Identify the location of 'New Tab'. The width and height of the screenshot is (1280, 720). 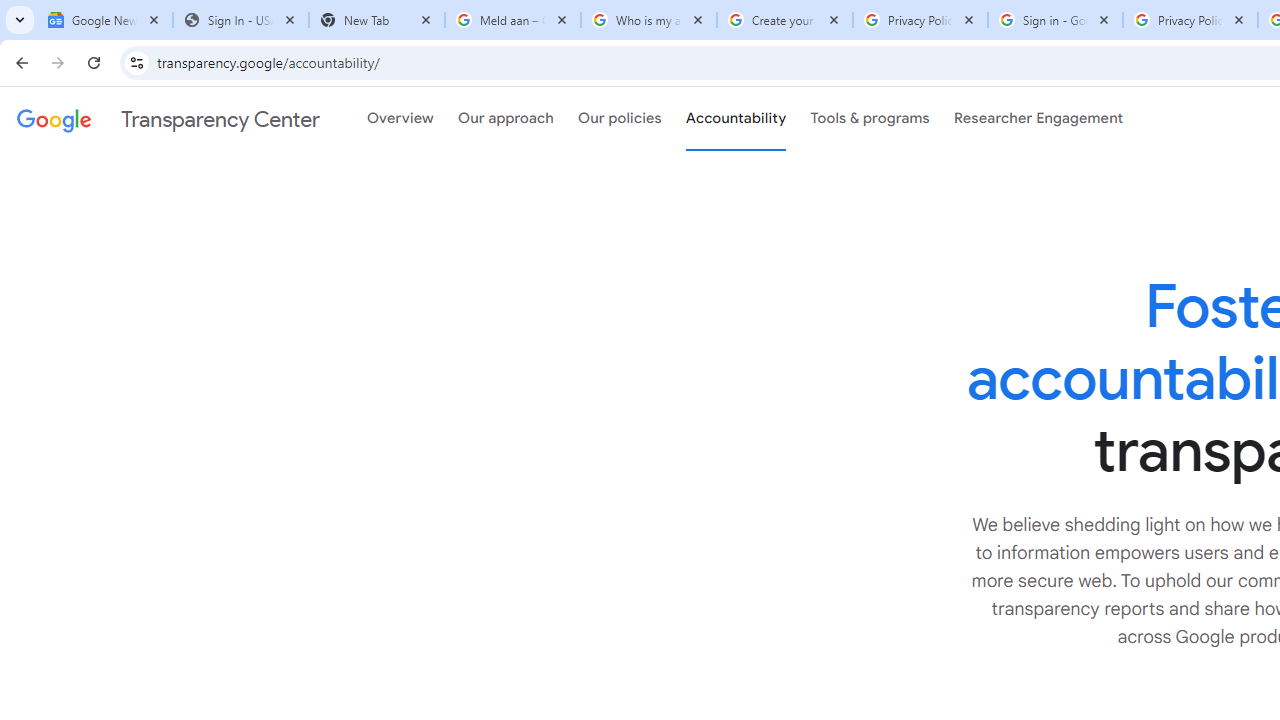
(376, 20).